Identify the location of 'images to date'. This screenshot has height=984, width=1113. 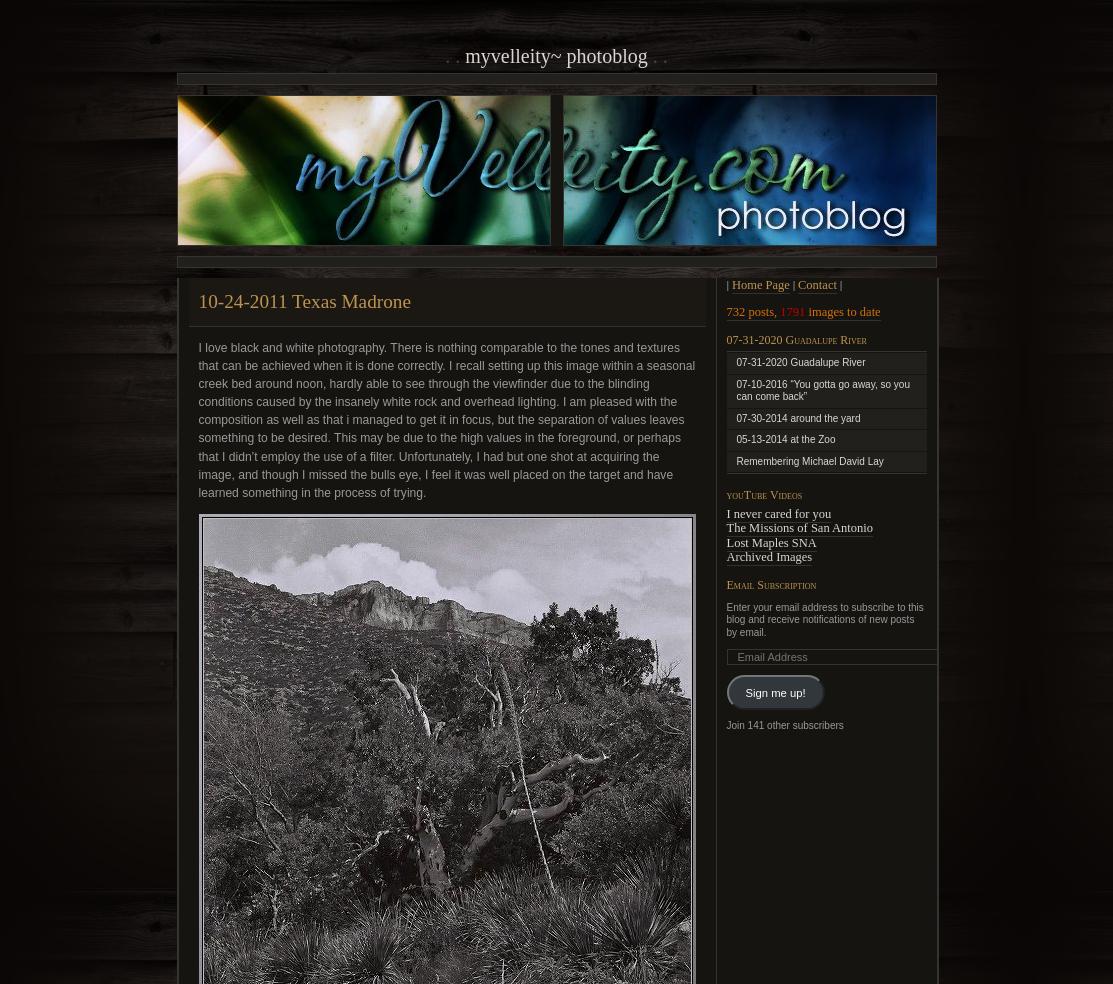
(842, 310).